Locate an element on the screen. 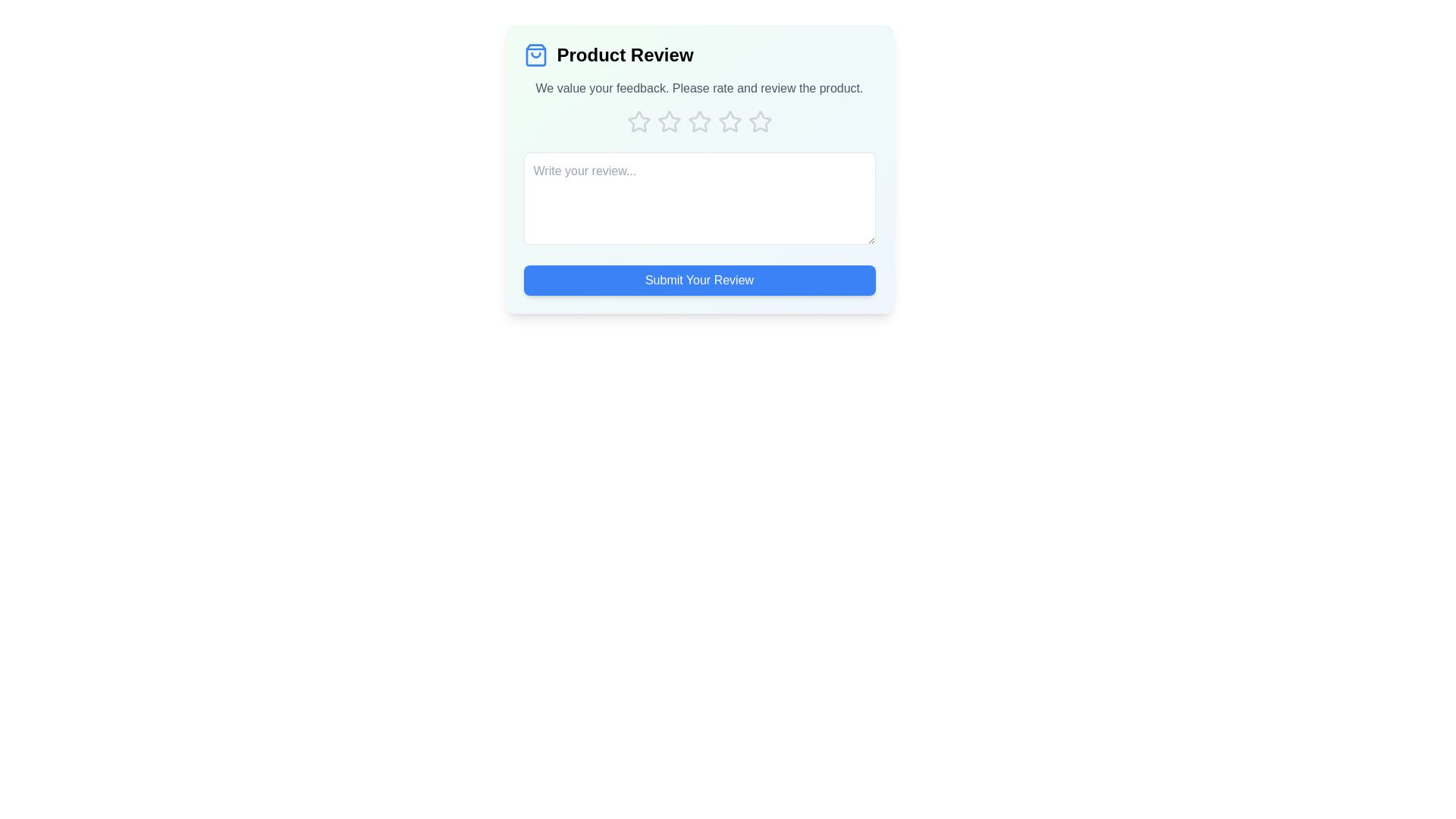 The width and height of the screenshot is (1456, 819). the second star-shaped rating button in the 'Product Review' section, which is outlined in gray and is part of a set of five stars is located at coordinates (668, 121).